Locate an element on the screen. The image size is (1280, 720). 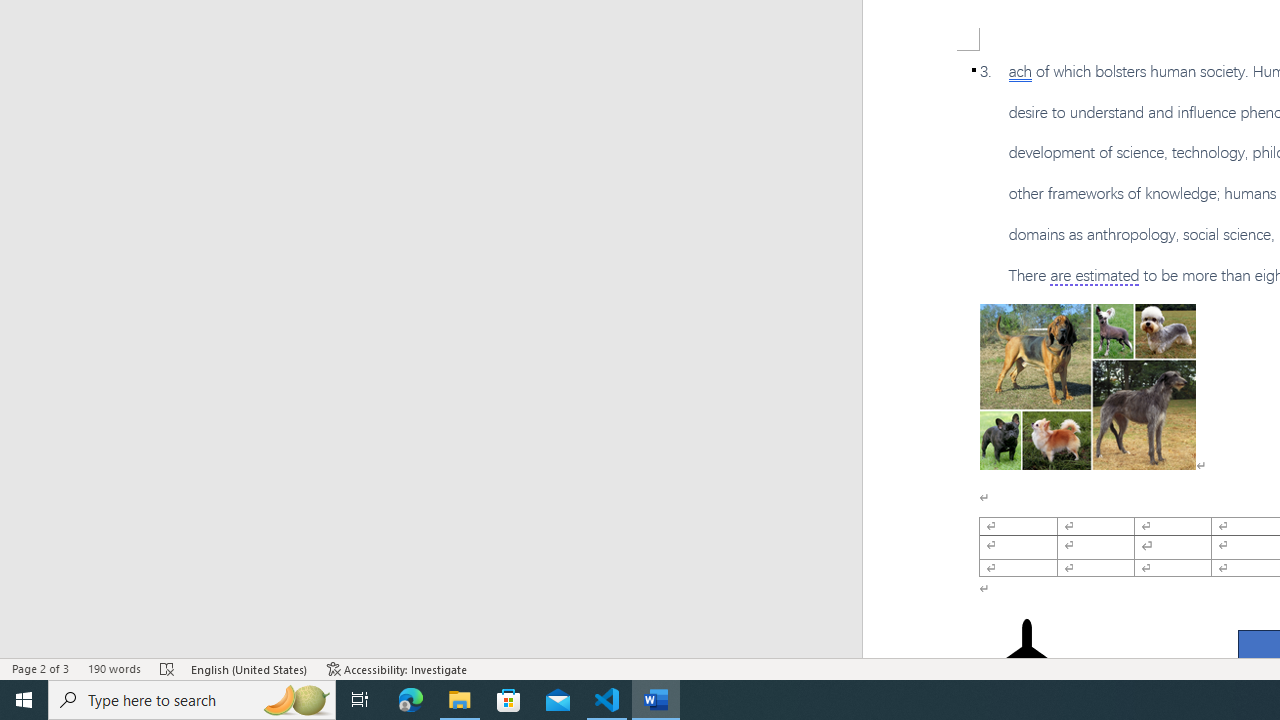
'Airplane with solid fill' is located at coordinates (1027, 658).